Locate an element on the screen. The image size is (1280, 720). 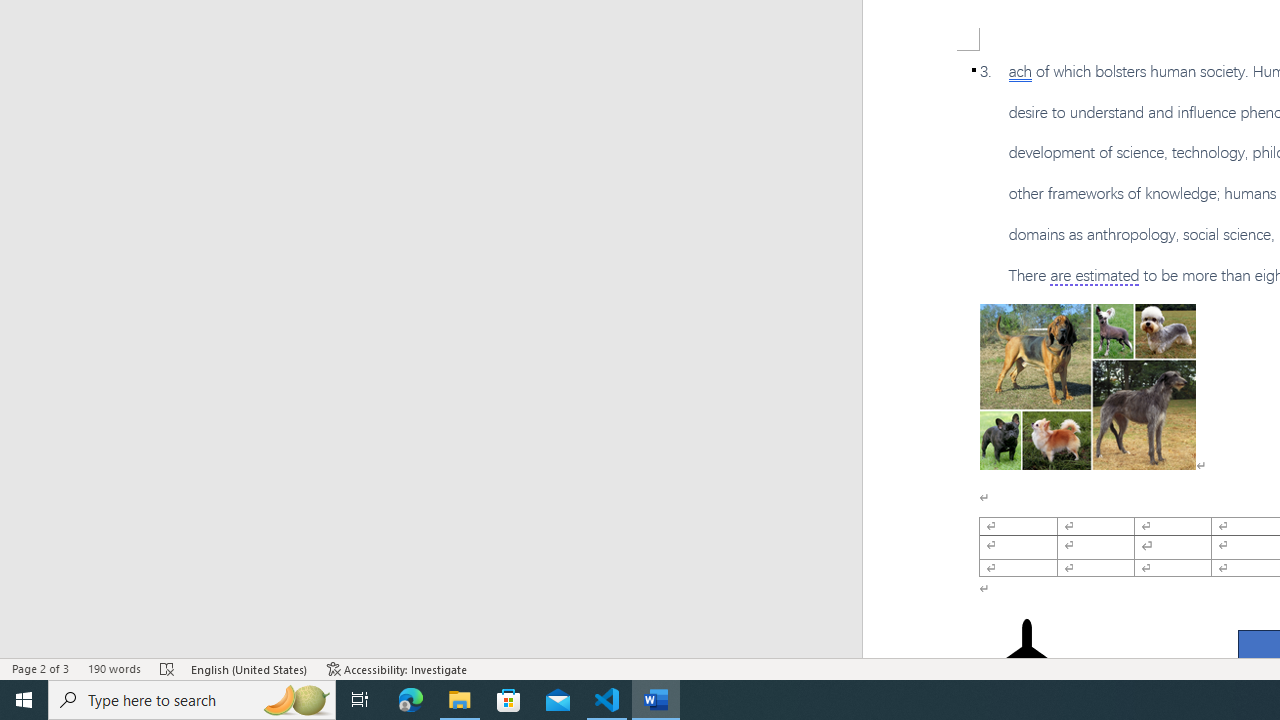
'Airplane with solid fill' is located at coordinates (1027, 658).